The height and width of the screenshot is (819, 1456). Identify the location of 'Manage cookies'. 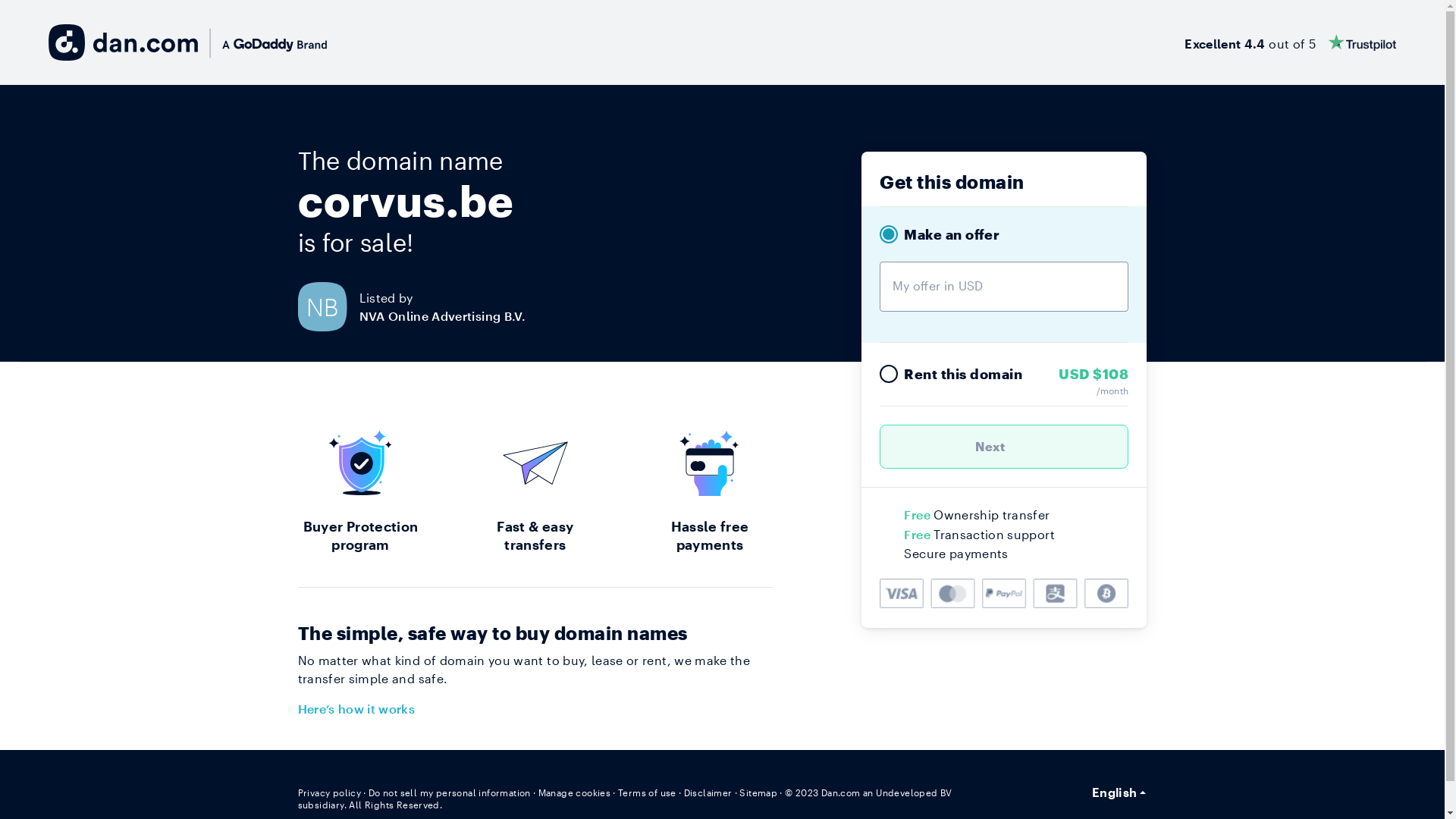
(574, 792).